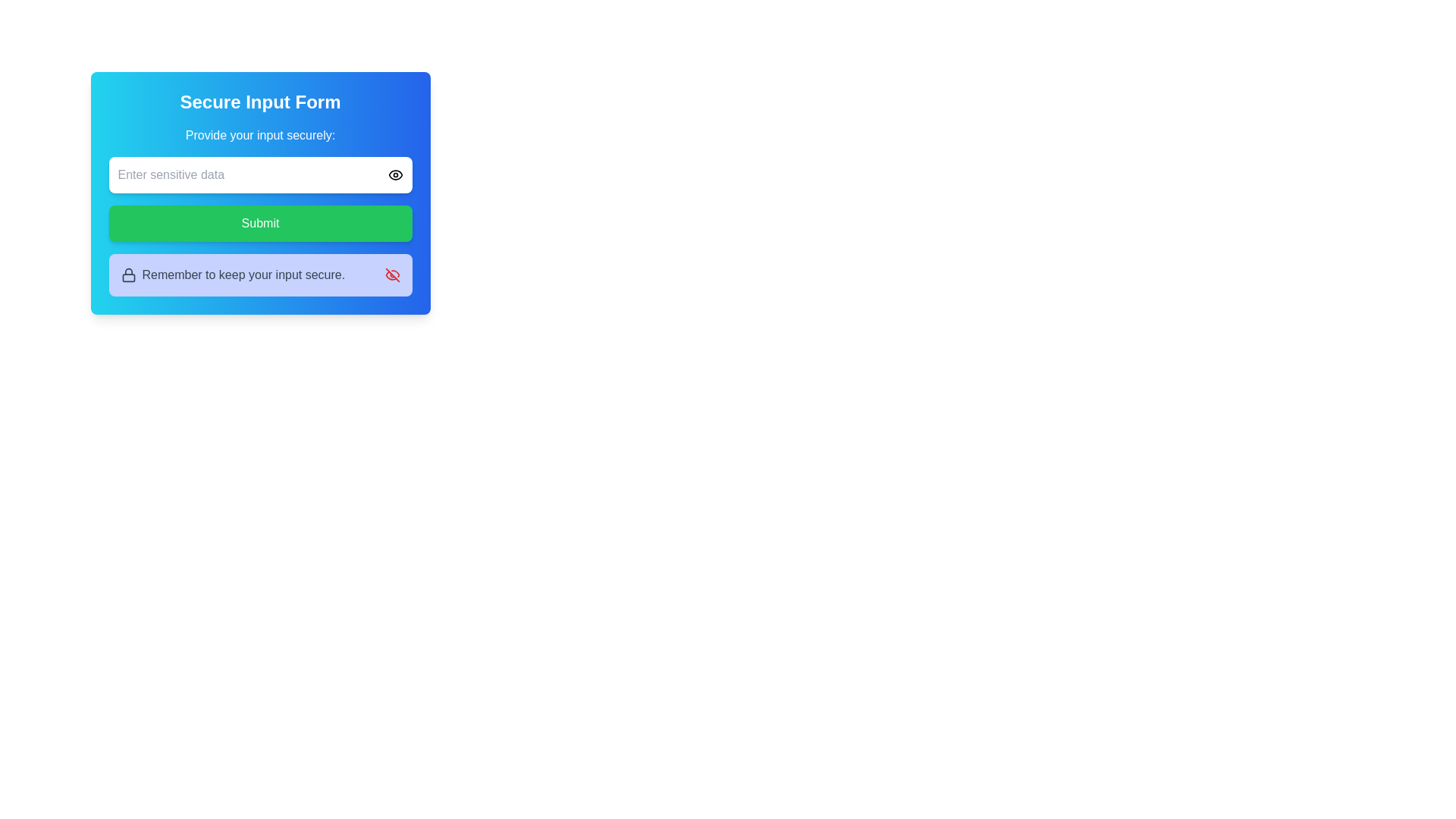 This screenshot has height=819, width=1456. What do you see at coordinates (395, 174) in the screenshot?
I see `the eye-like icon button` at bounding box center [395, 174].